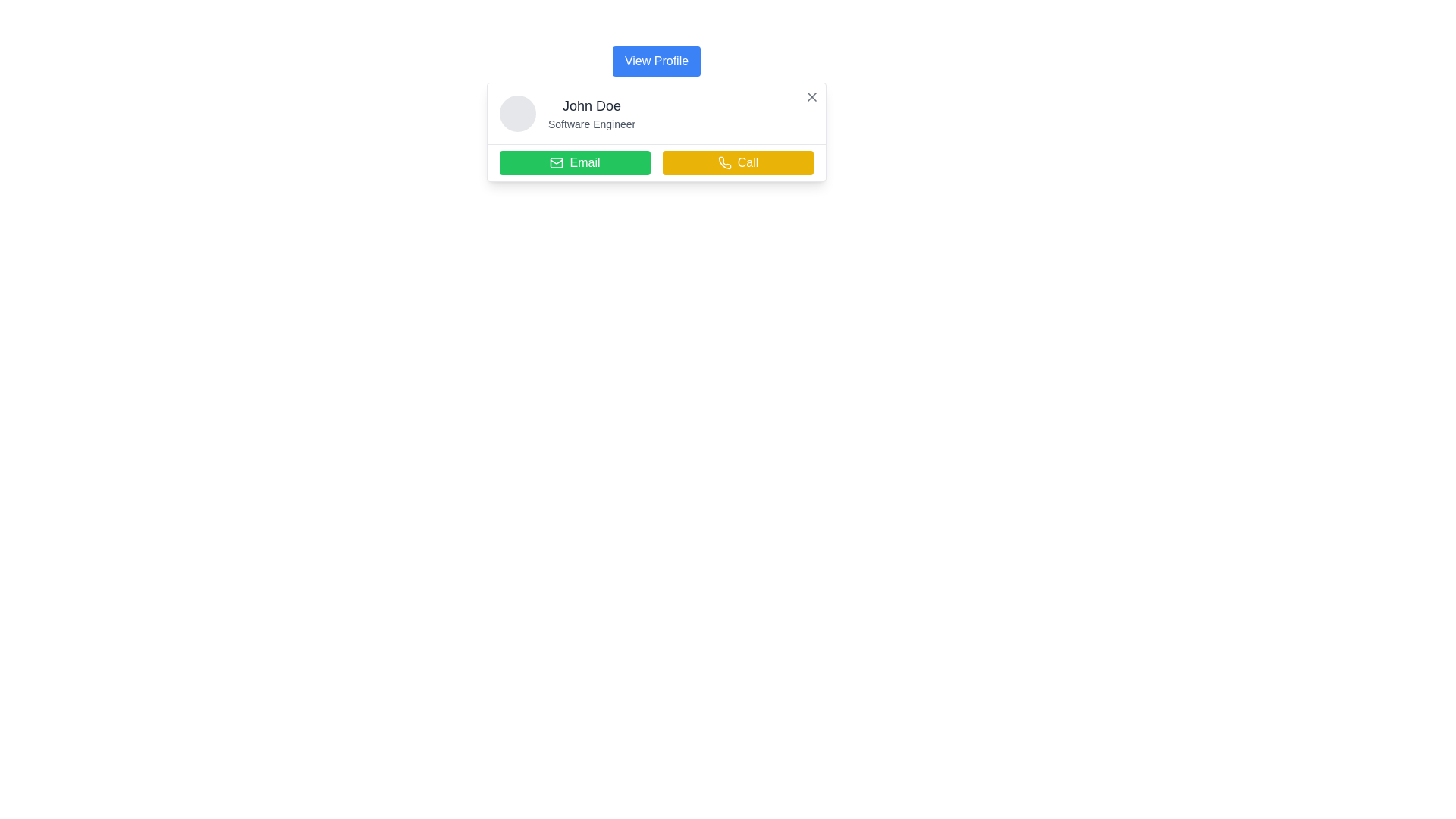 The height and width of the screenshot is (819, 1456). I want to click on the green 'Email' button, which has a white envelope icon and is located on the left side of the button group under the profile header, to potentially view additional information, so click(574, 163).